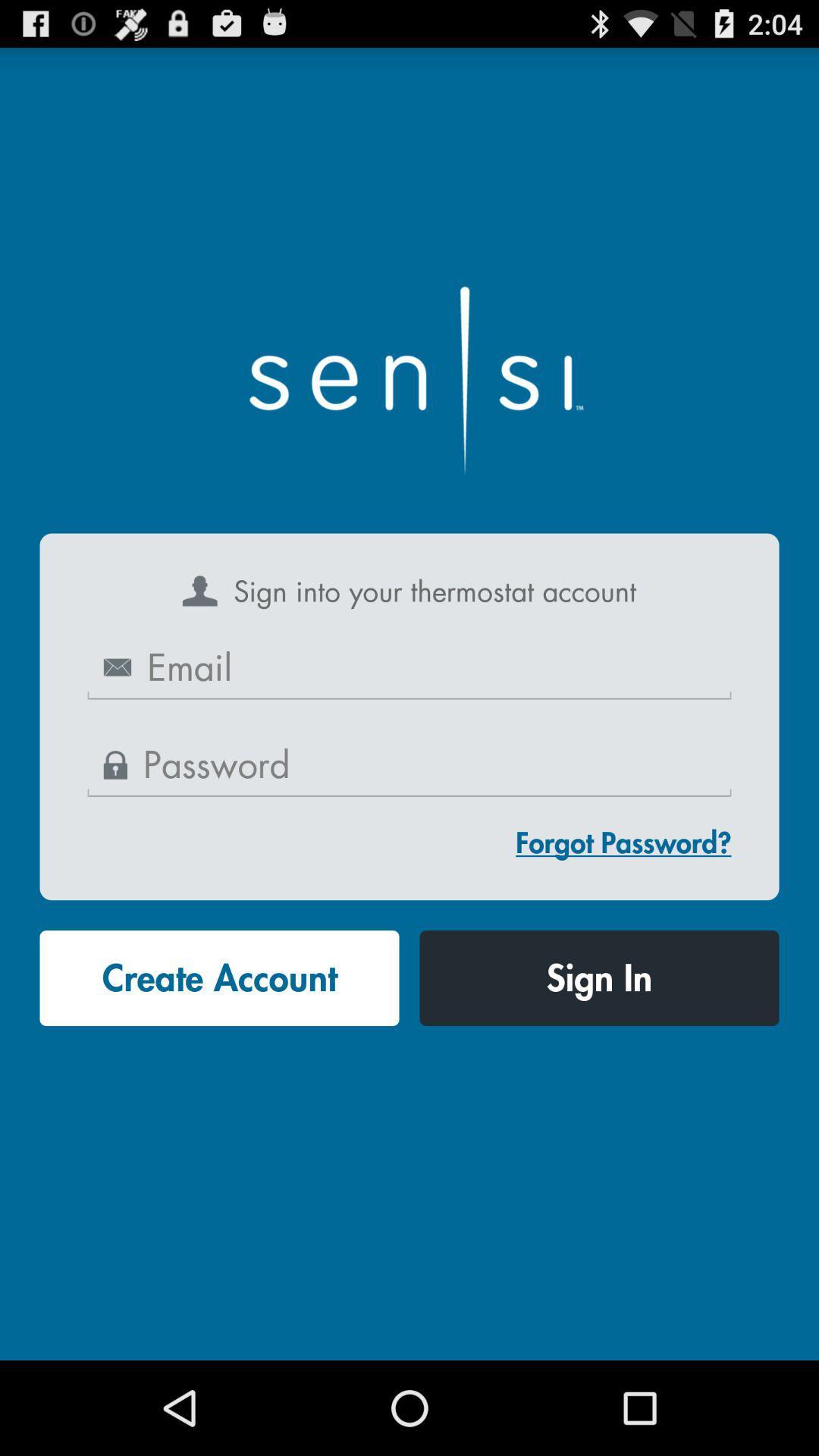 The width and height of the screenshot is (819, 1456). I want to click on the  forgot password?  item, so click(623, 842).